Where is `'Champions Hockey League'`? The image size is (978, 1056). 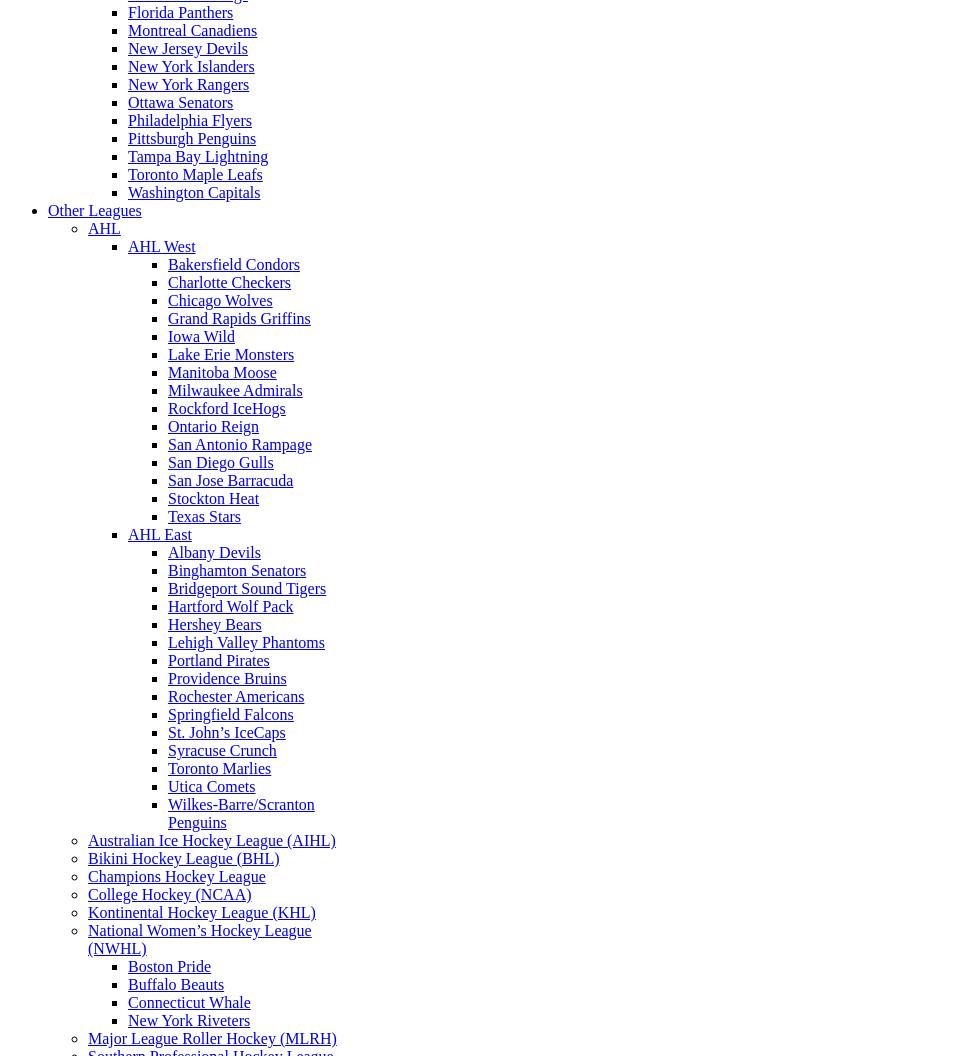
'Champions Hockey League' is located at coordinates (176, 875).